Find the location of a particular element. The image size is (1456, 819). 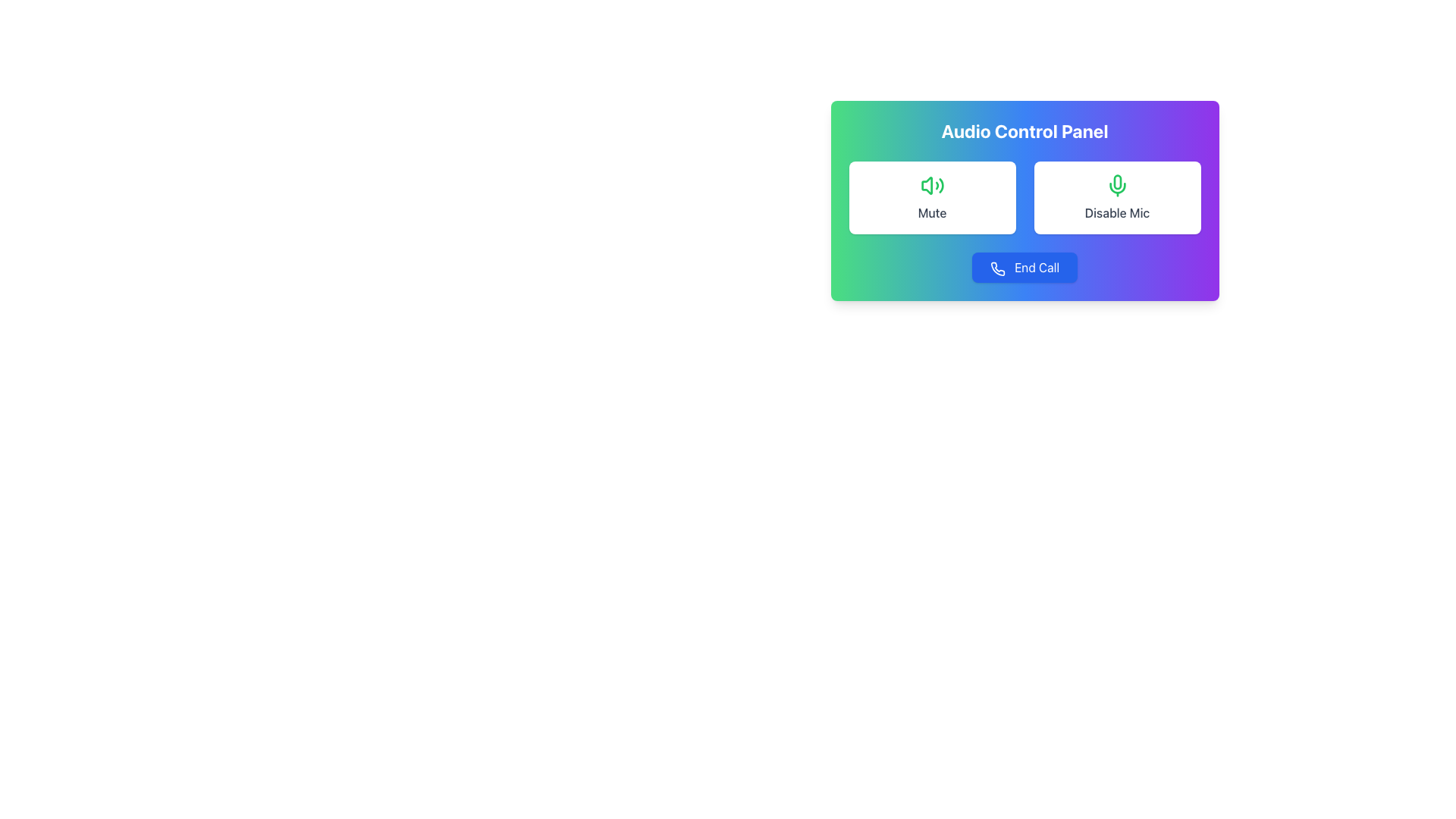

the far-right curve of the speaker icon representing sound waves in the 'Mute' icon located at the top-left corner of the audio control panel is located at coordinates (940, 185).